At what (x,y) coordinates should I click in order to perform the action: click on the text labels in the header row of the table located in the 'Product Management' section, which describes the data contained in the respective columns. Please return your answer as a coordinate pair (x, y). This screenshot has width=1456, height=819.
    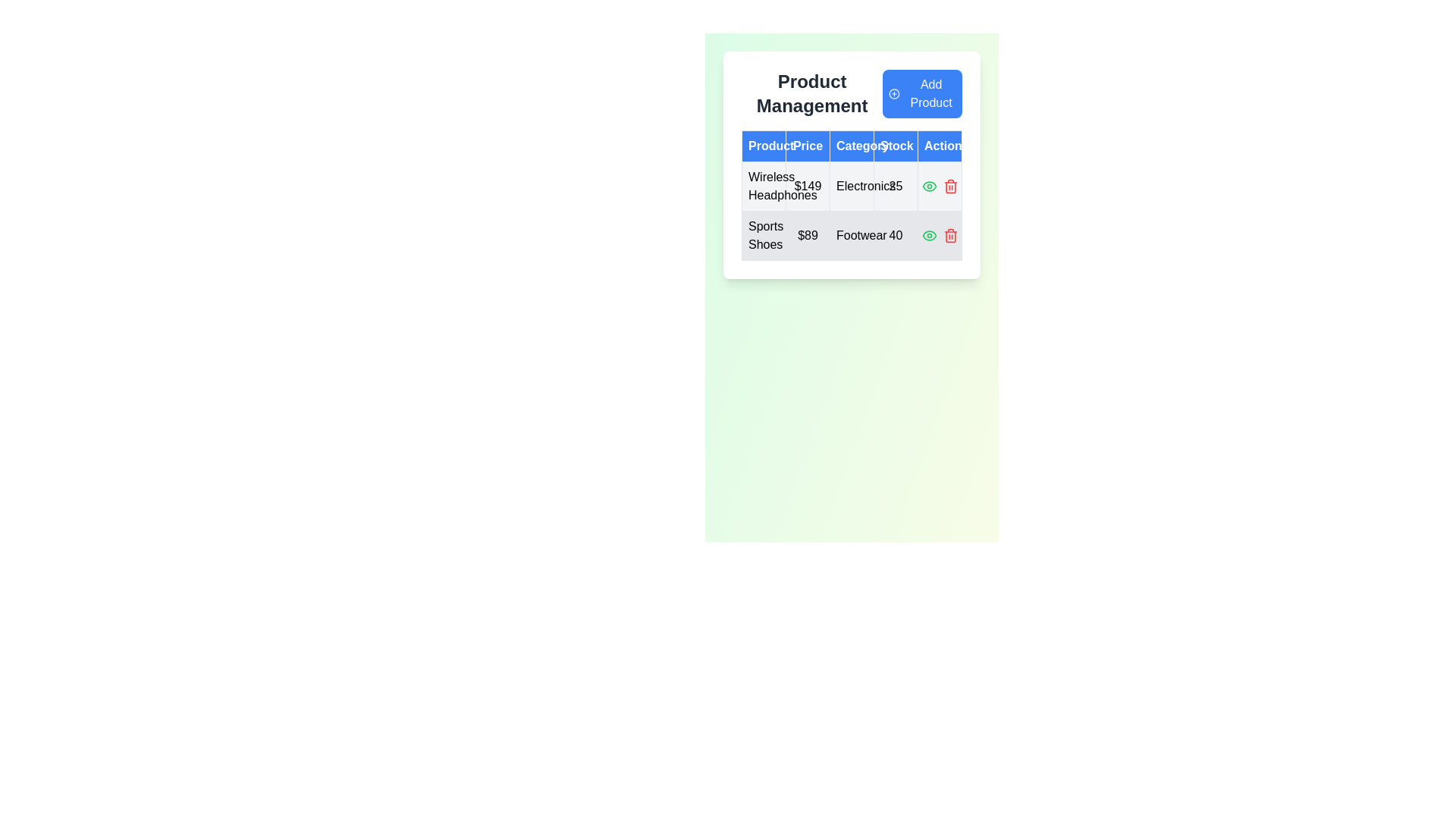
    Looking at the image, I should click on (852, 146).